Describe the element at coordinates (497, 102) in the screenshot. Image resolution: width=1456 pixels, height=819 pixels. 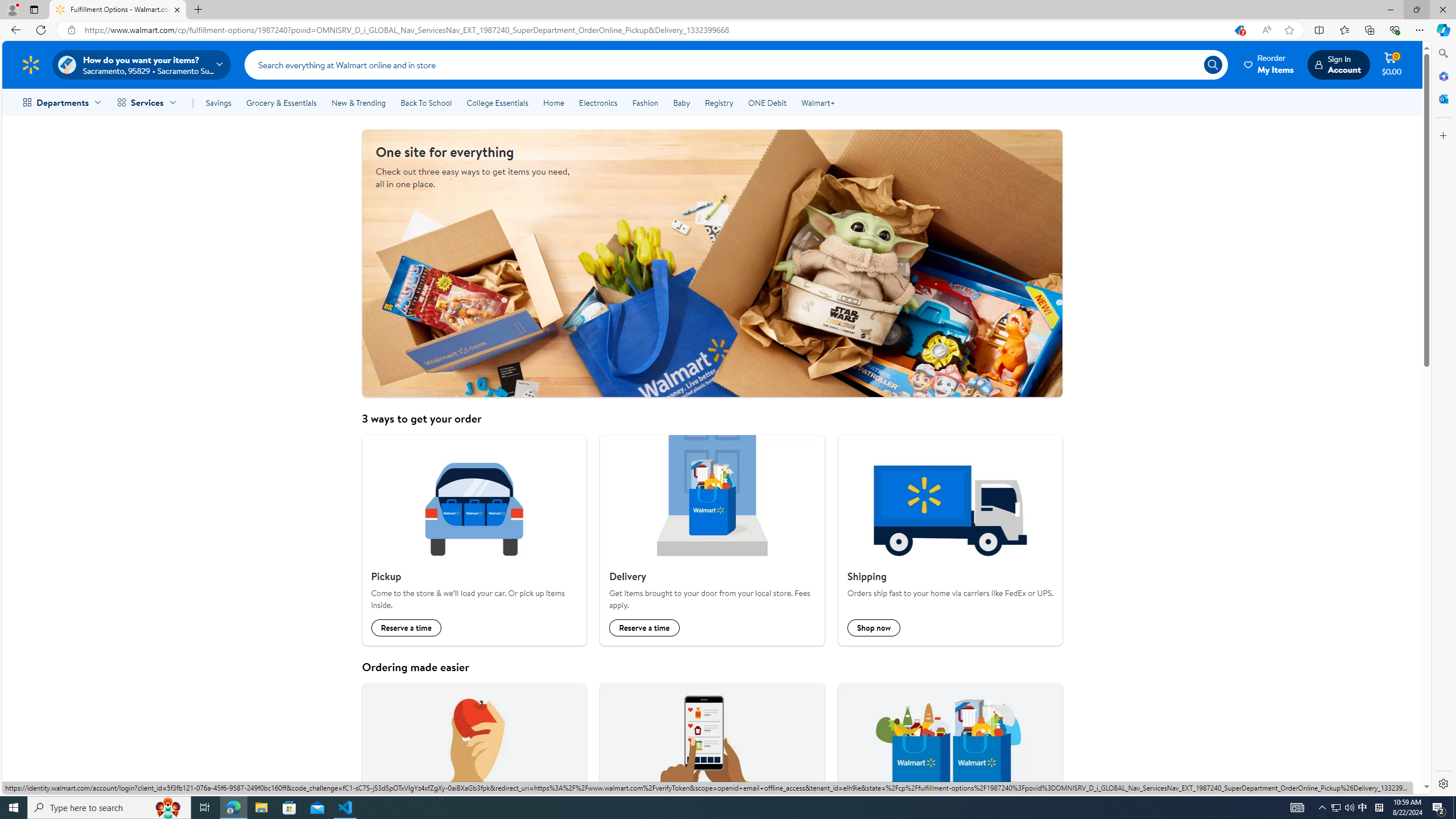
I see `'College Essentials'` at that location.